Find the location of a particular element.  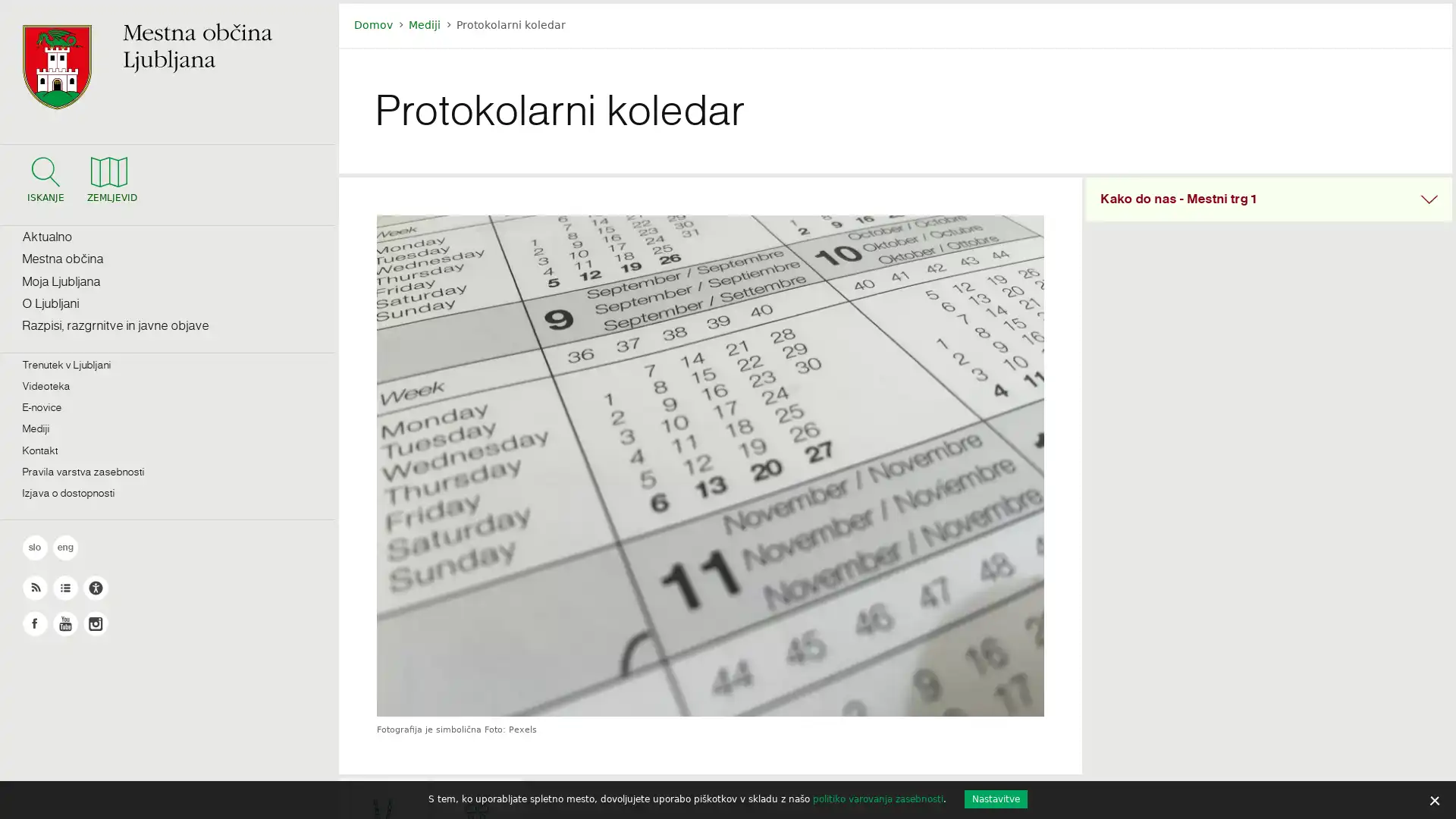

Najdi is located at coordinates (899, 240).